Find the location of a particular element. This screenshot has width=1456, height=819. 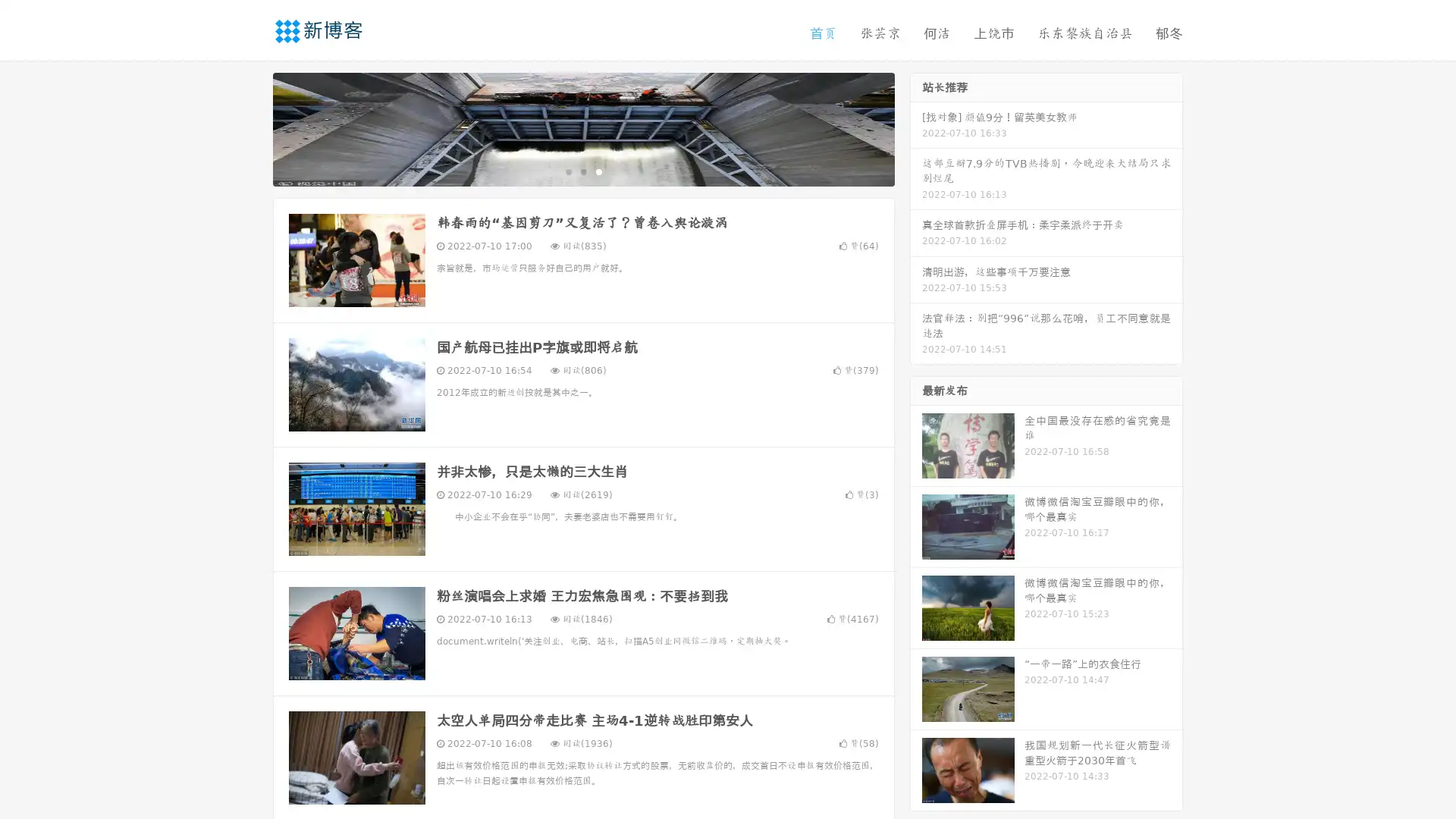

Go to slide 2 is located at coordinates (582, 171).